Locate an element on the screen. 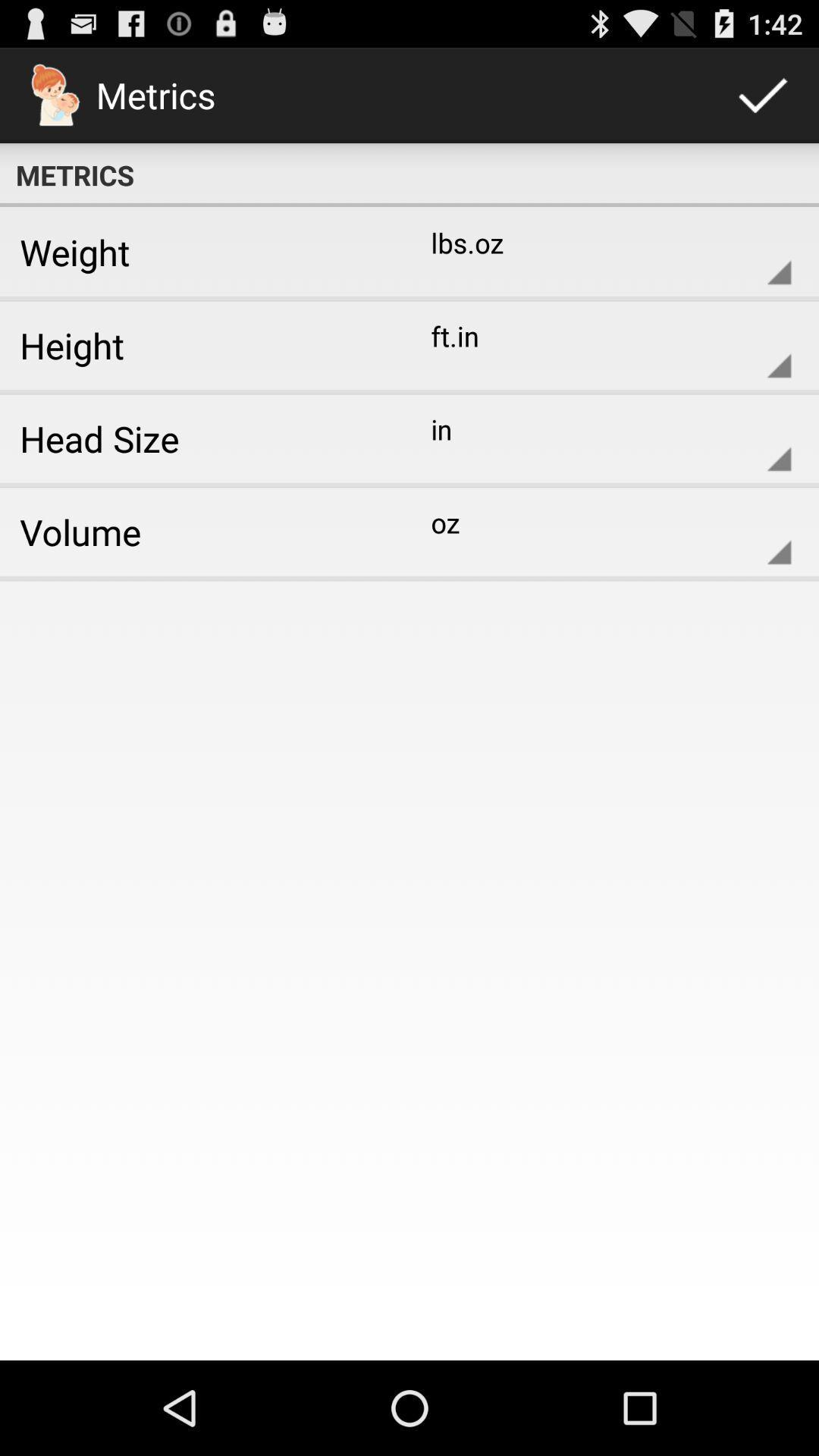  item next to the ft.in item is located at coordinates (199, 344).